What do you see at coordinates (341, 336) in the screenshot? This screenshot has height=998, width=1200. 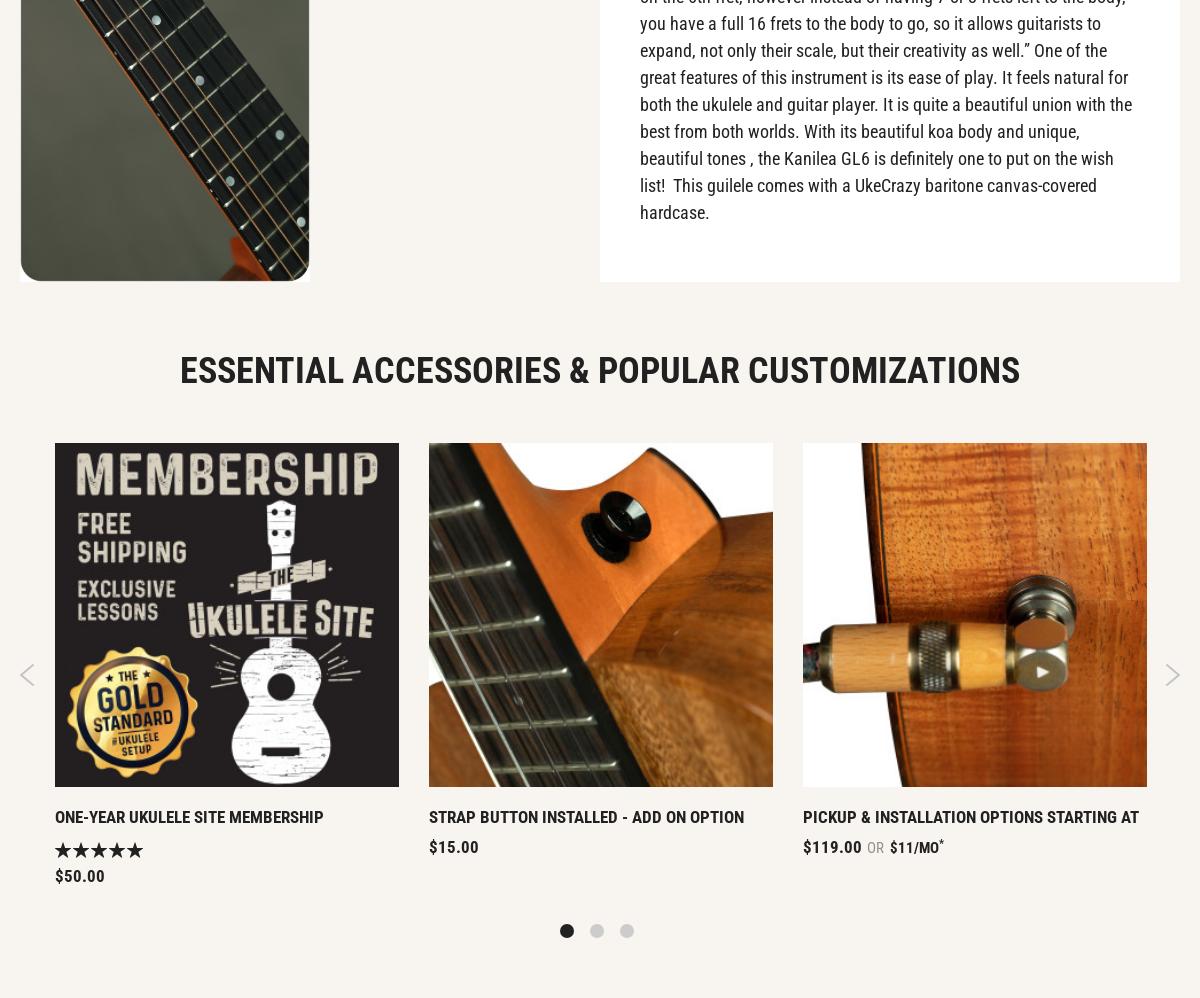 I see `'Guitars'` at bounding box center [341, 336].